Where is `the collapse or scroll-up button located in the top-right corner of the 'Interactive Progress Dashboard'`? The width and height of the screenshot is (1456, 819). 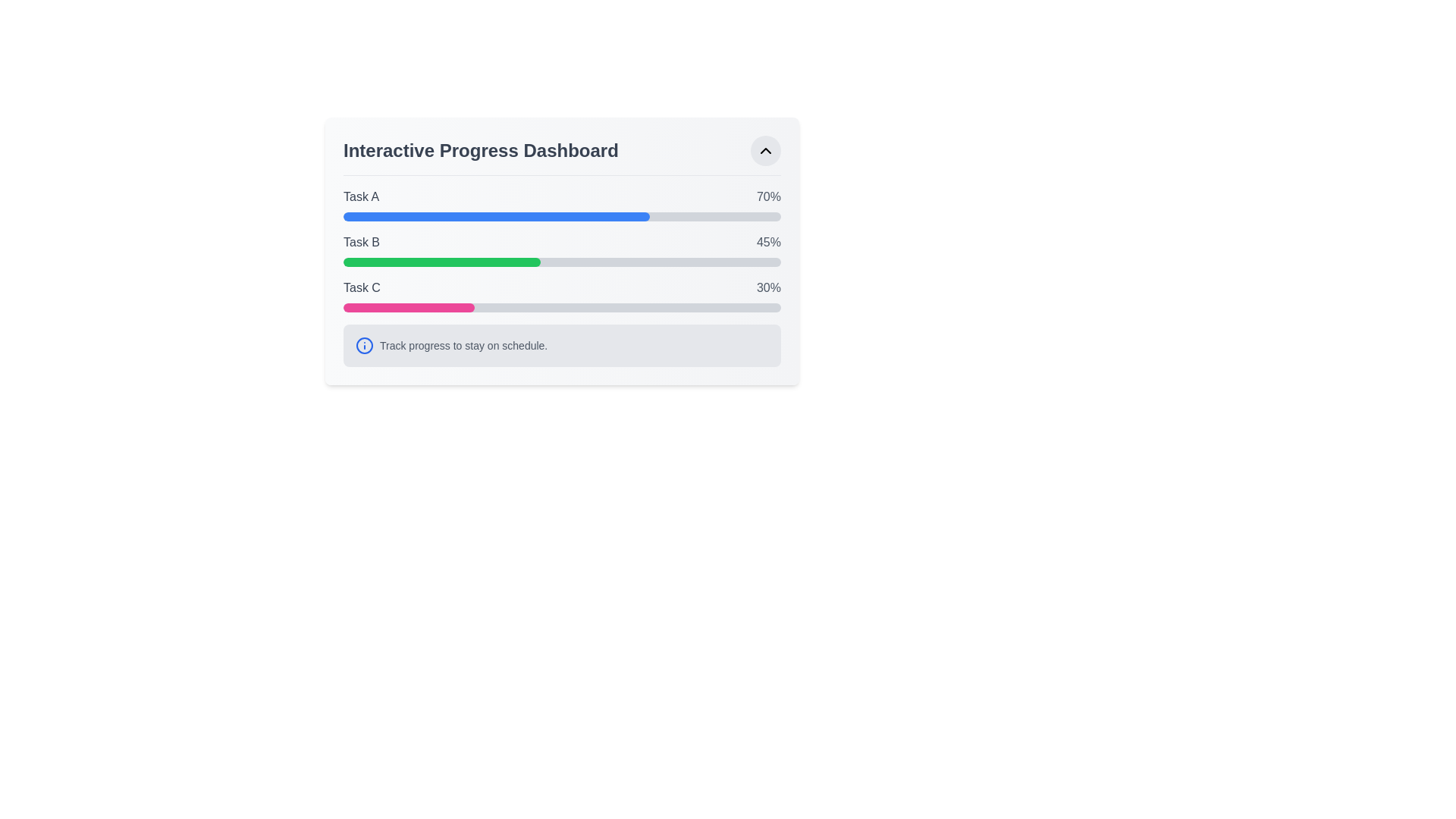
the collapse or scroll-up button located in the top-right corner of the 'Interactive Progress Dashboard' is located at coordinates (765, 151).